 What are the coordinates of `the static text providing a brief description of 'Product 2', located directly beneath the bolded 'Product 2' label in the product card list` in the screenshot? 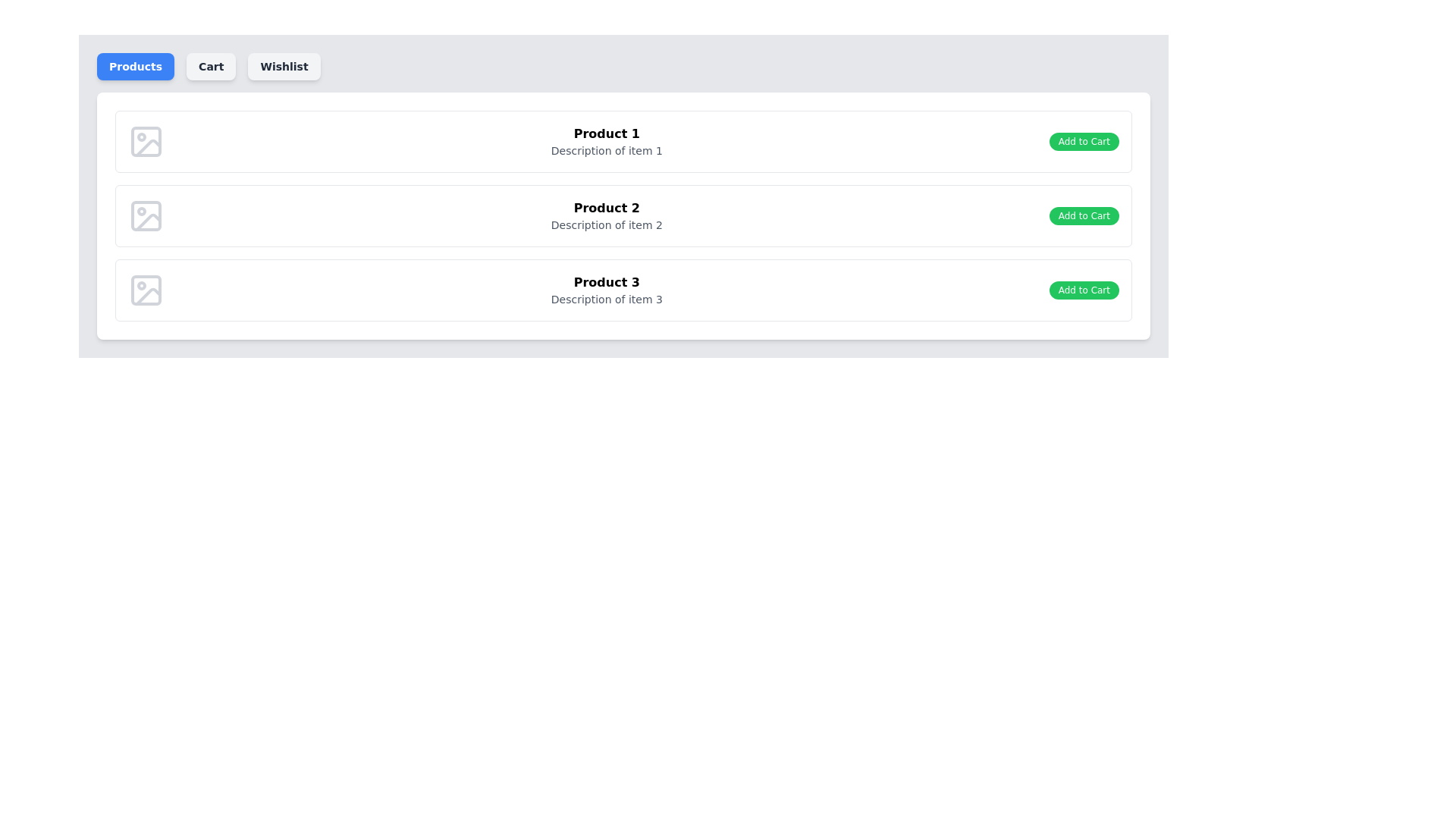 It's located at (607, 225).